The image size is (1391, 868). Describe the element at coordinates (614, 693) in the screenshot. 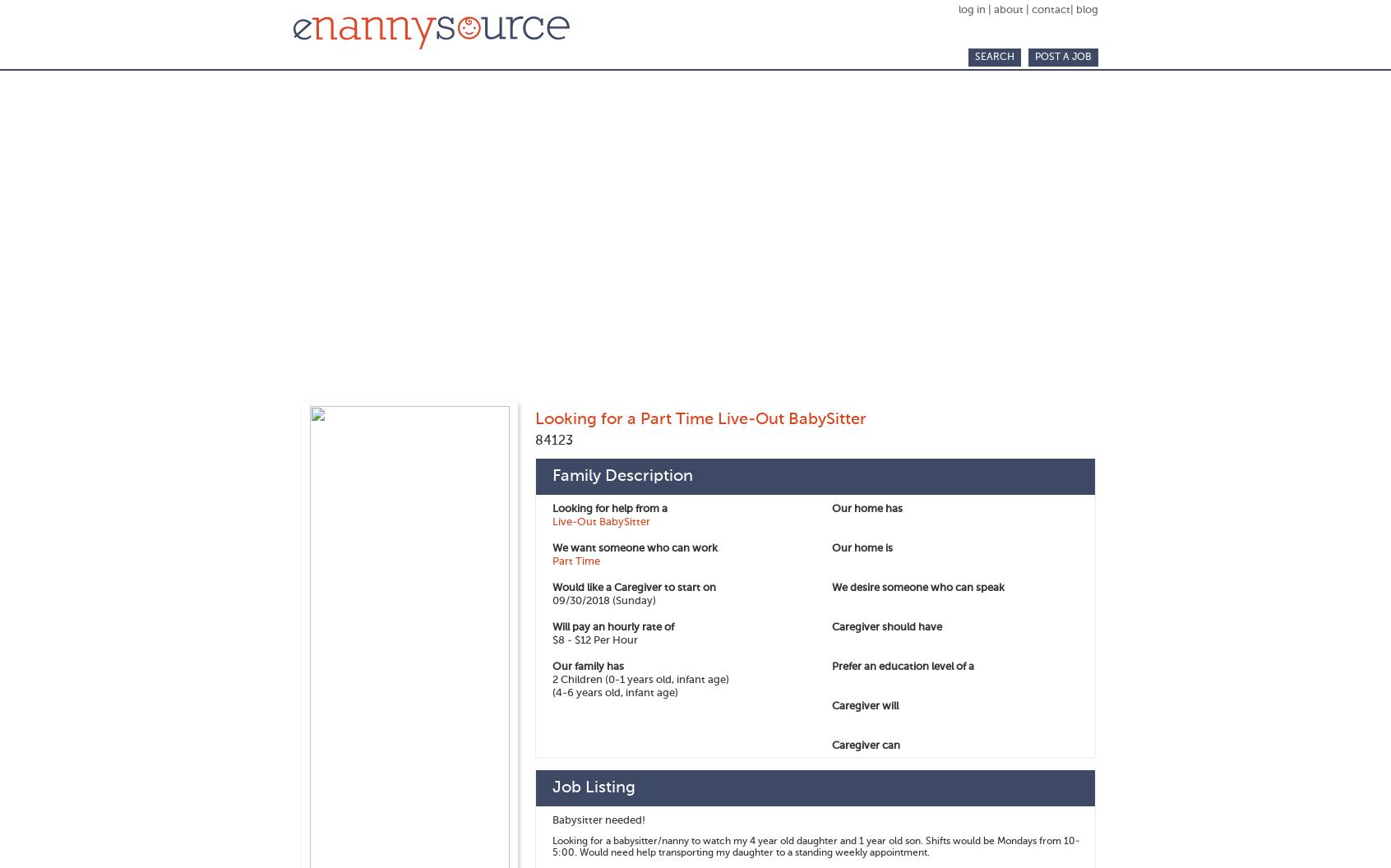

I see `'(4-6 years old, infant age)'` at that location.